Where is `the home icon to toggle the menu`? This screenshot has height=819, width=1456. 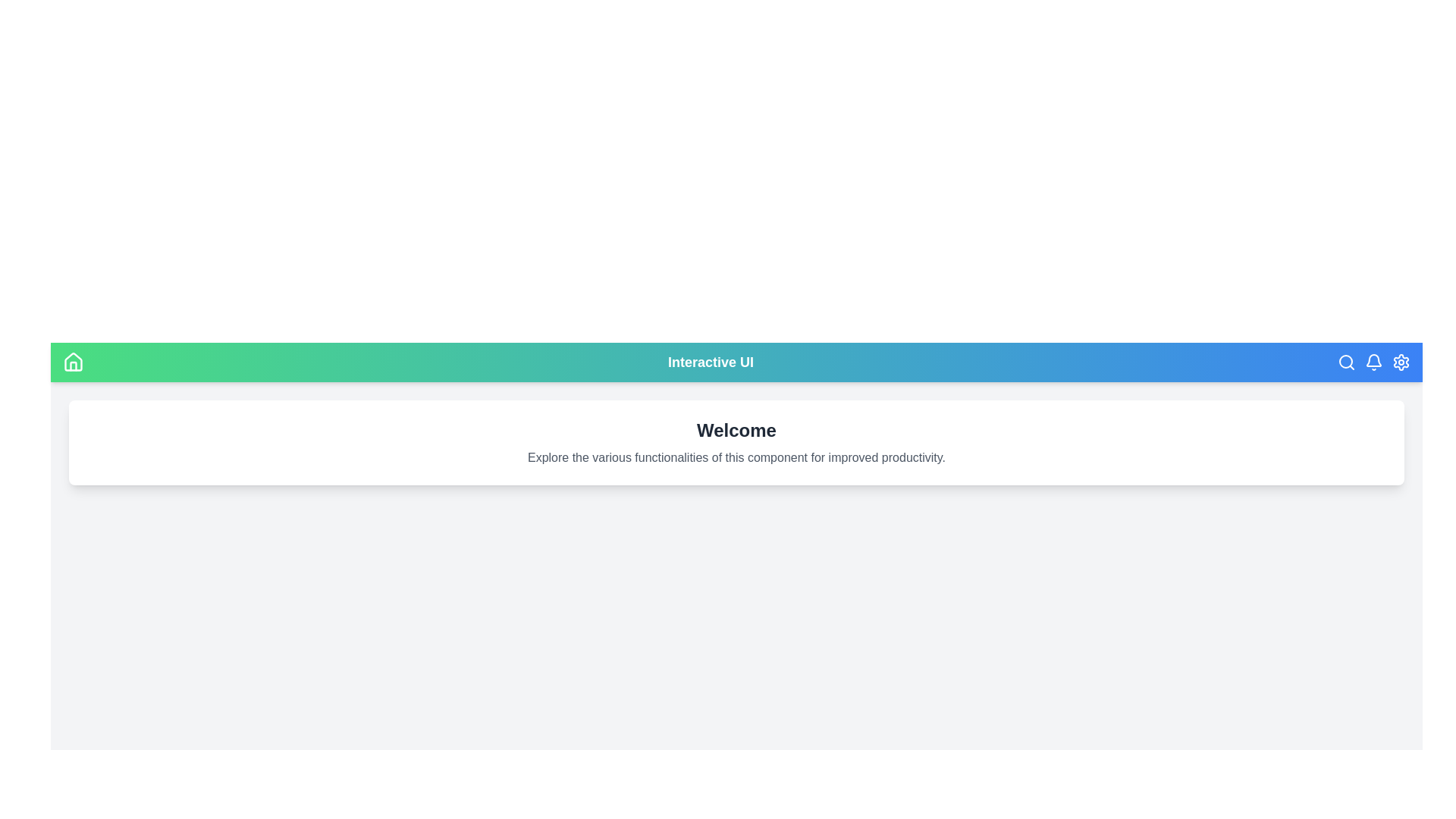
the home icon to toggle the menu is located at coordinates (72, 362).